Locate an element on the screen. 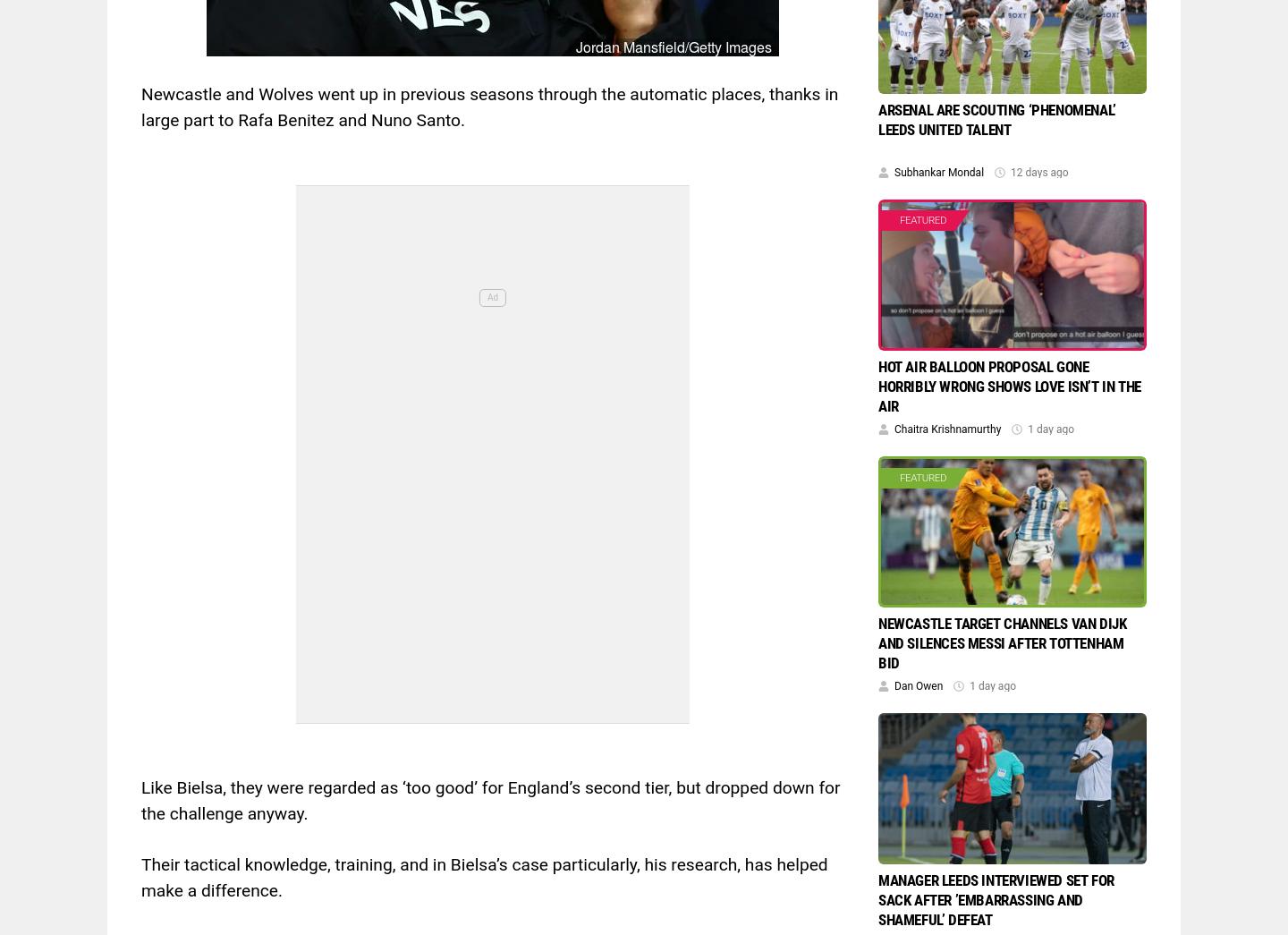  'Chaitra Krishnamurthy' is located at coordinates (947, 428).